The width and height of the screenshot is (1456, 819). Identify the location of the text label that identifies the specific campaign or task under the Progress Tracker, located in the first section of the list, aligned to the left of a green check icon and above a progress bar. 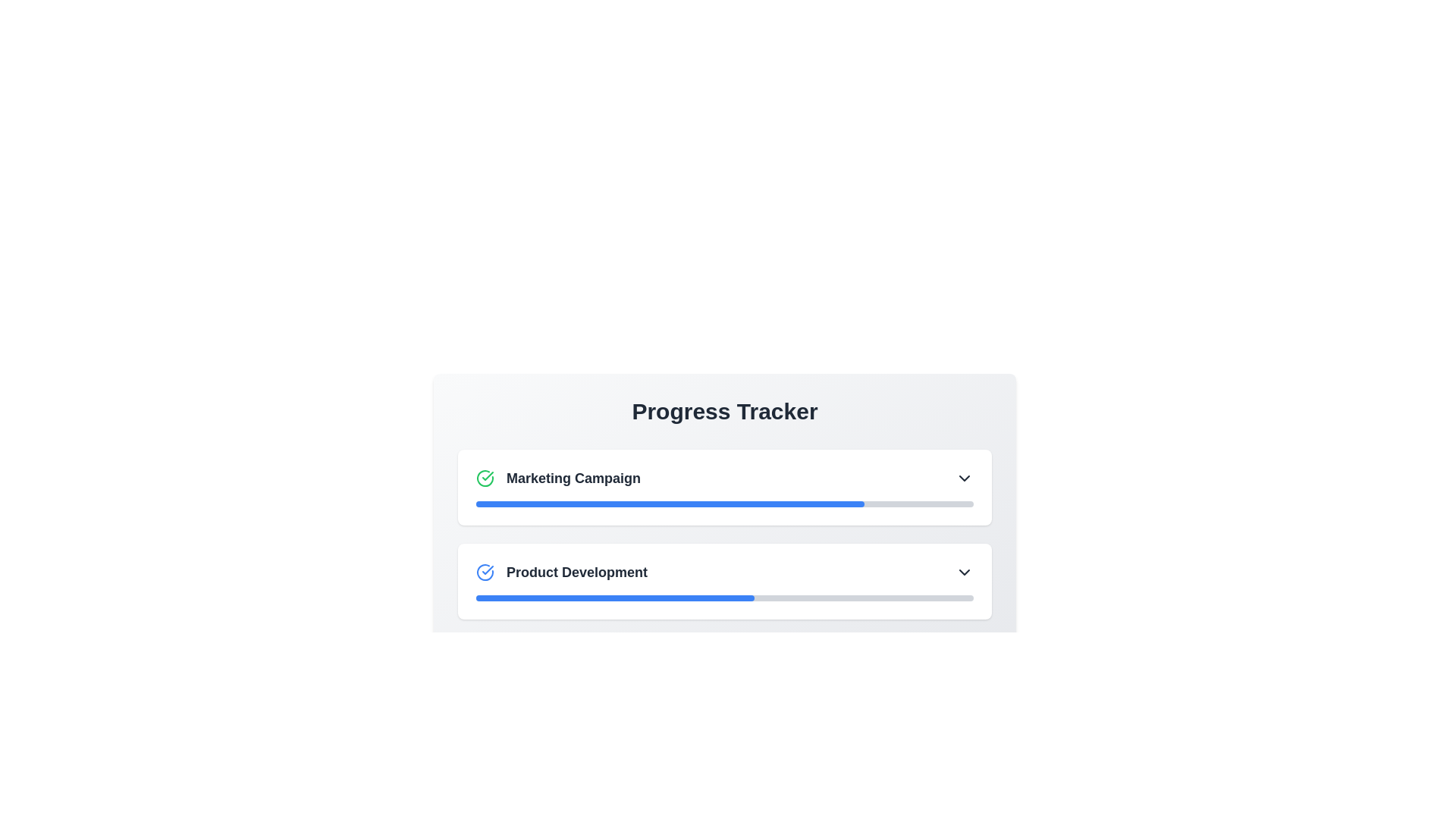
(573, 479).